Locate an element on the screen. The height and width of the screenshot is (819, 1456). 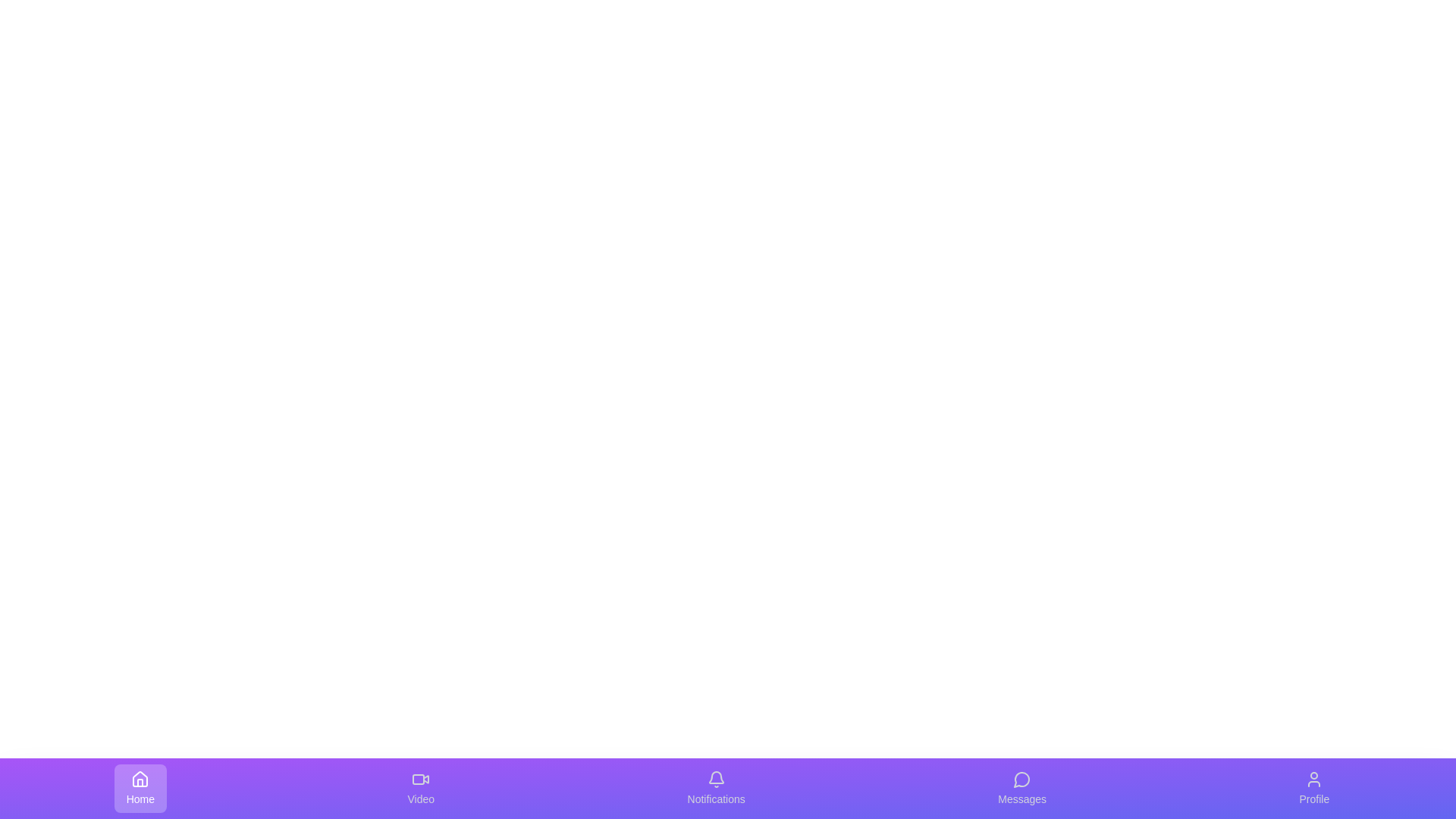
the Profile tab to navigate to its content is located at coordinates (1313, 788).